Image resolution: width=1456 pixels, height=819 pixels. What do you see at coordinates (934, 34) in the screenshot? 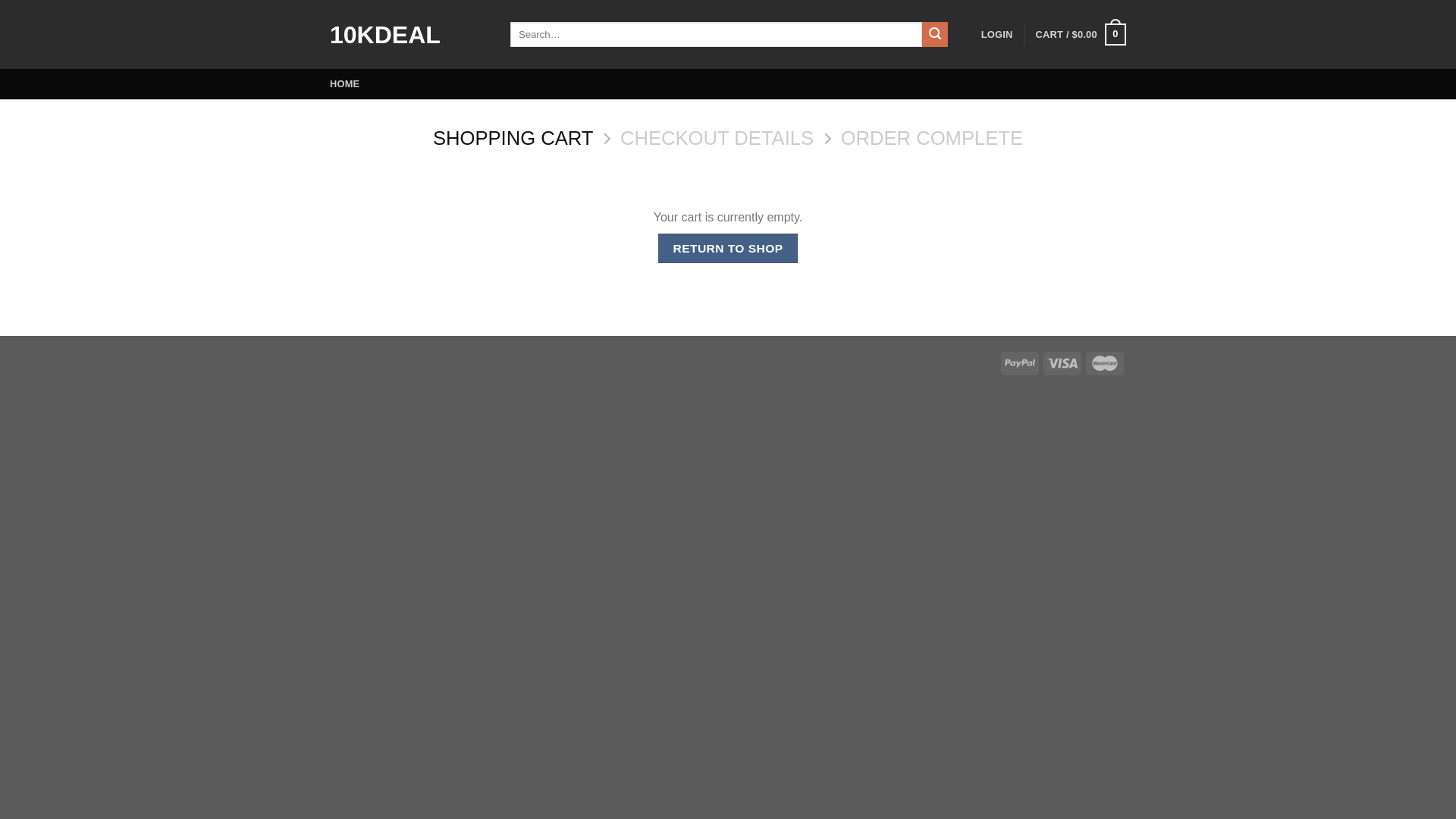
I see `'Search'` at bounding box center [934, 34].